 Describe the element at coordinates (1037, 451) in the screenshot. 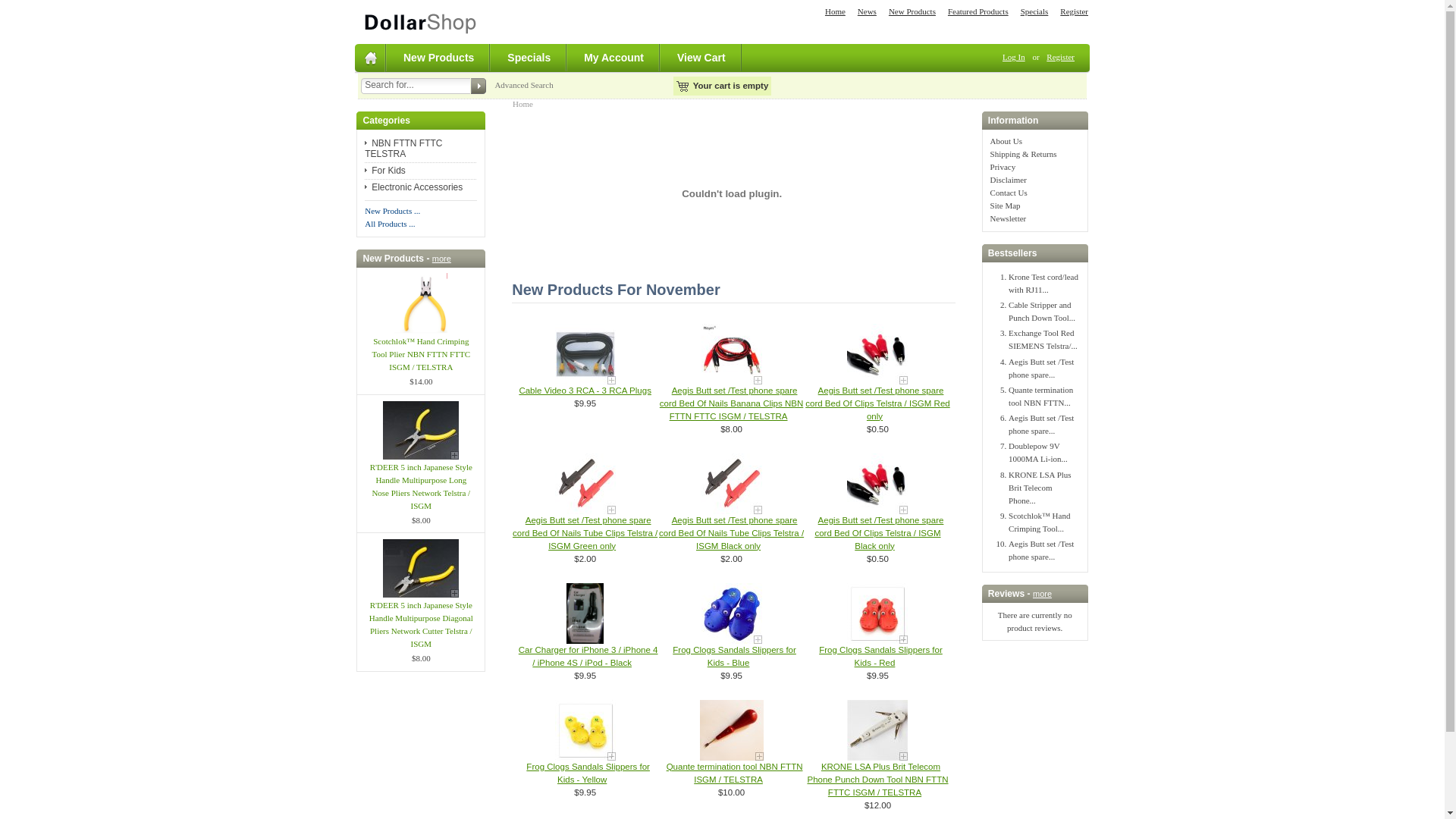

I see `'Doublepow 9V 1000MA Li-ion...'` at that location.